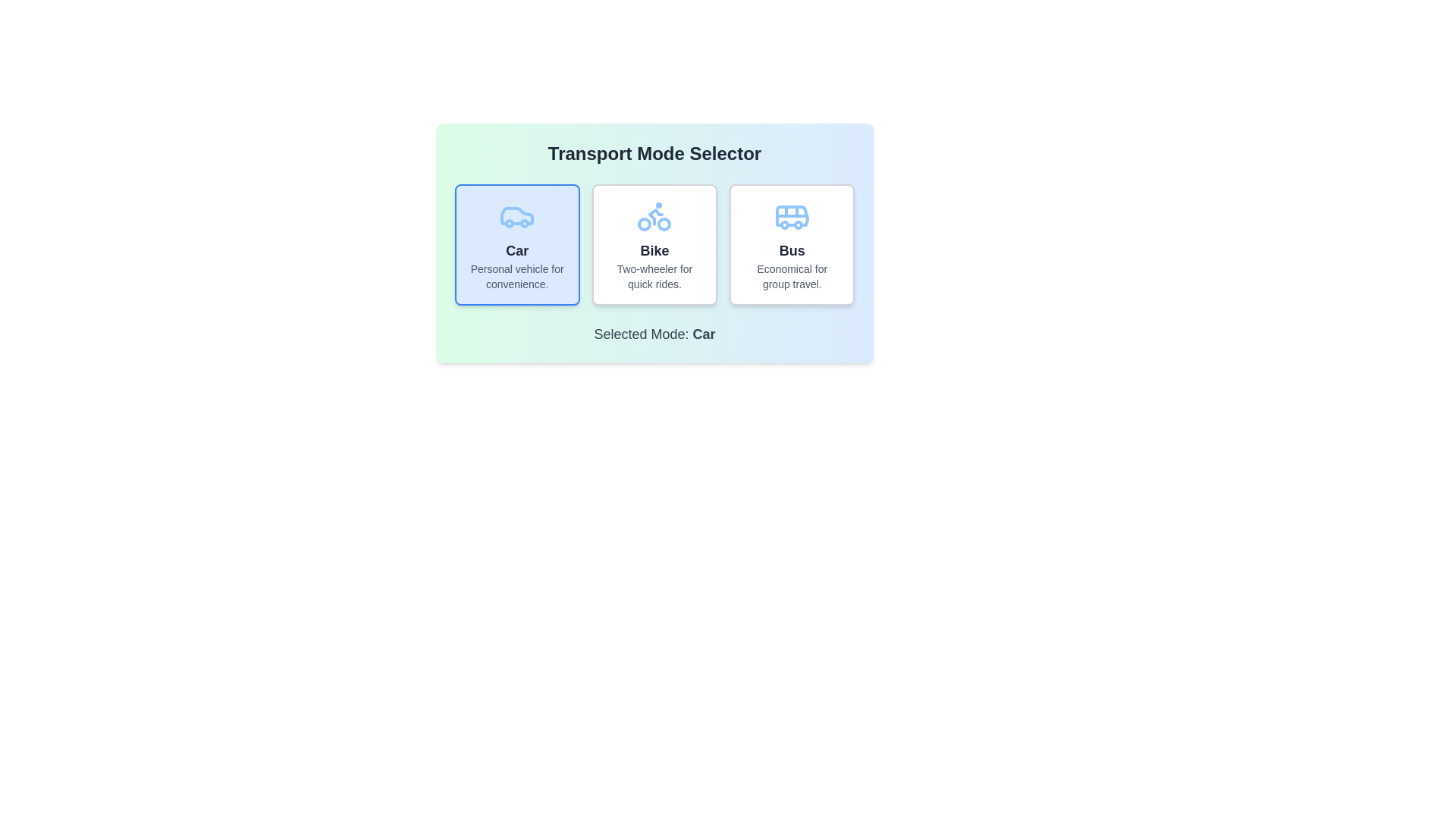 The width and height of the screenshot is (1456, 819). Describe the element at coordinates (517, 250) in the screenshot. I see `text label displaying 'Car' in bold style, located within the transport mode selector` at that location.